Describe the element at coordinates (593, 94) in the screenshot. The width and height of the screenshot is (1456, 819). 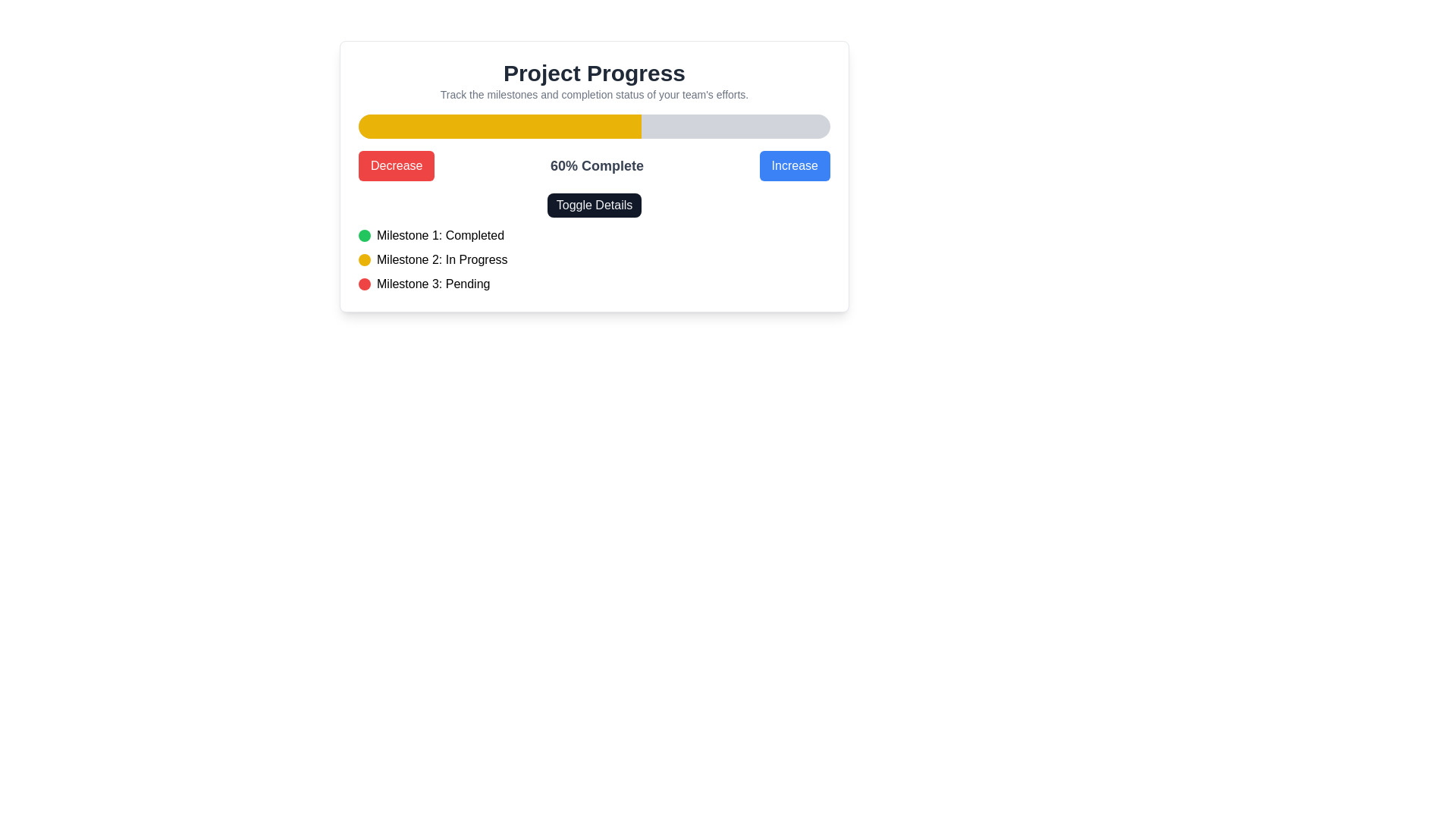
I see `the small-sized, gray-colored static text that reads, 'Track the milestones and completion status of your team's efforts.', located beneath the 'Project Progress' header and centrally aligned` at that location.